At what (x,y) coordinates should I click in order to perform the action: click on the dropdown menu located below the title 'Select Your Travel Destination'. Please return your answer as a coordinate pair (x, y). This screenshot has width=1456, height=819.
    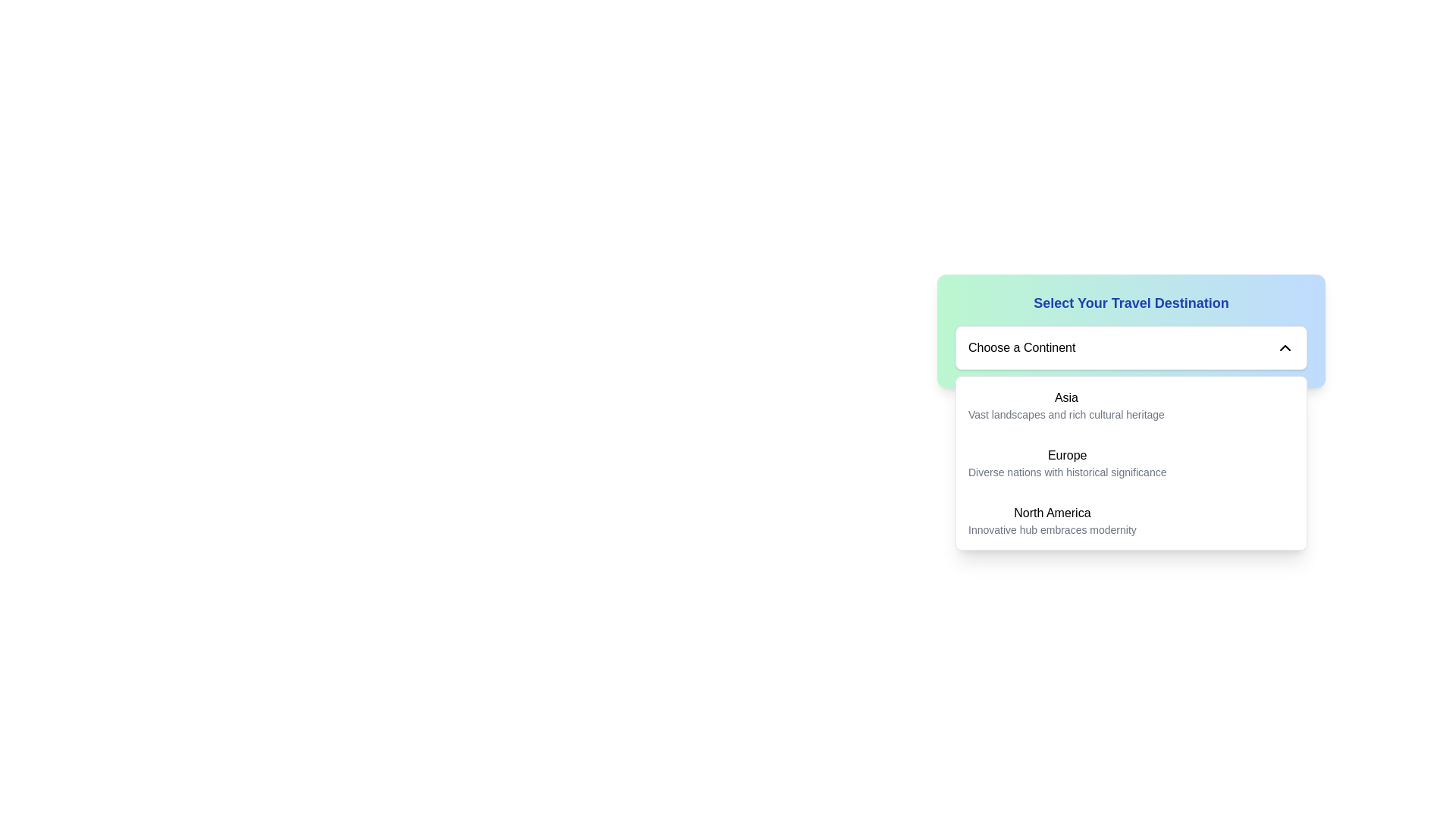
    Looking at the image, I should click on (1131, 348).